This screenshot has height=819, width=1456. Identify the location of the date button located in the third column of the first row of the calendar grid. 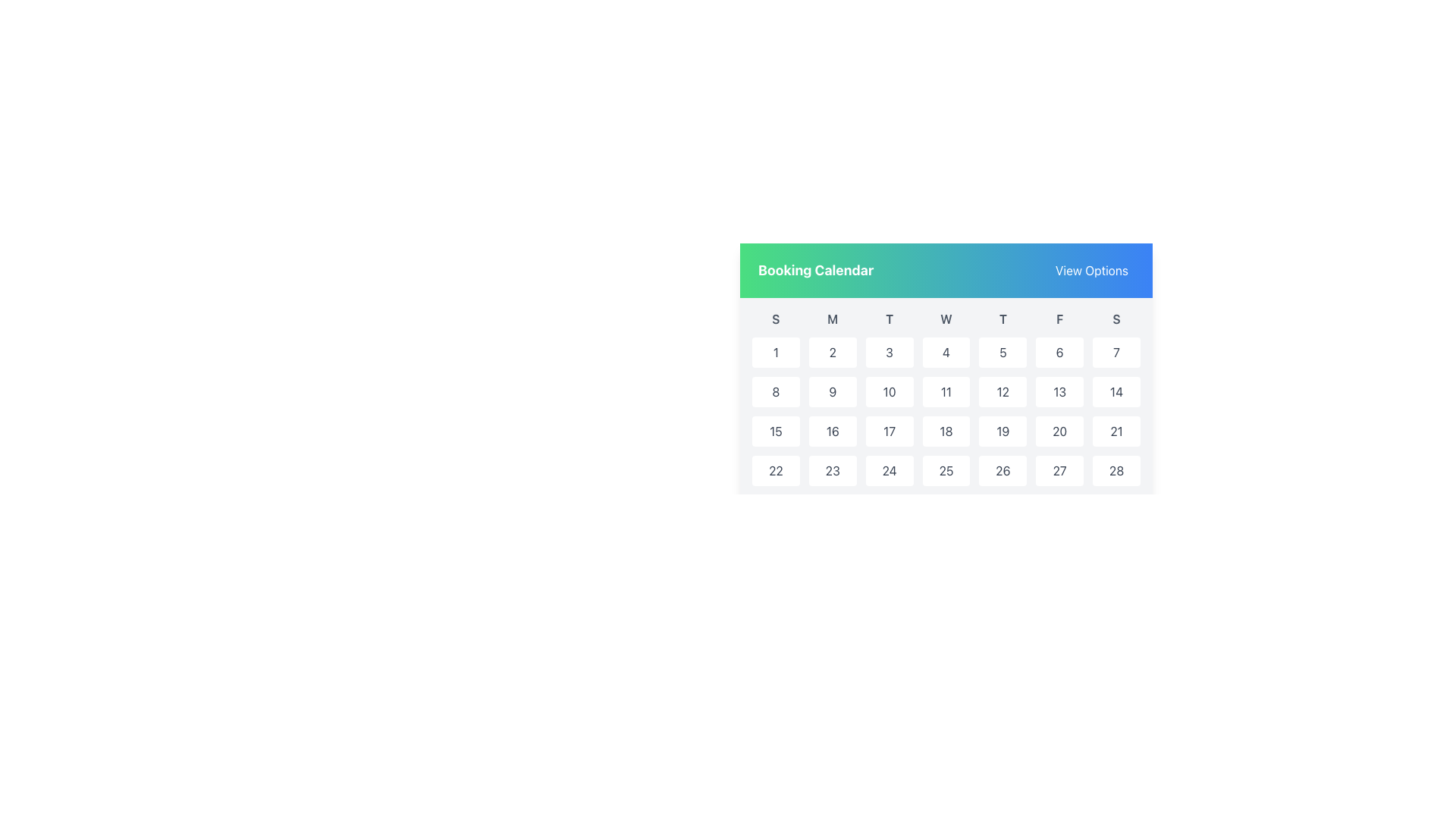
(890, 353).